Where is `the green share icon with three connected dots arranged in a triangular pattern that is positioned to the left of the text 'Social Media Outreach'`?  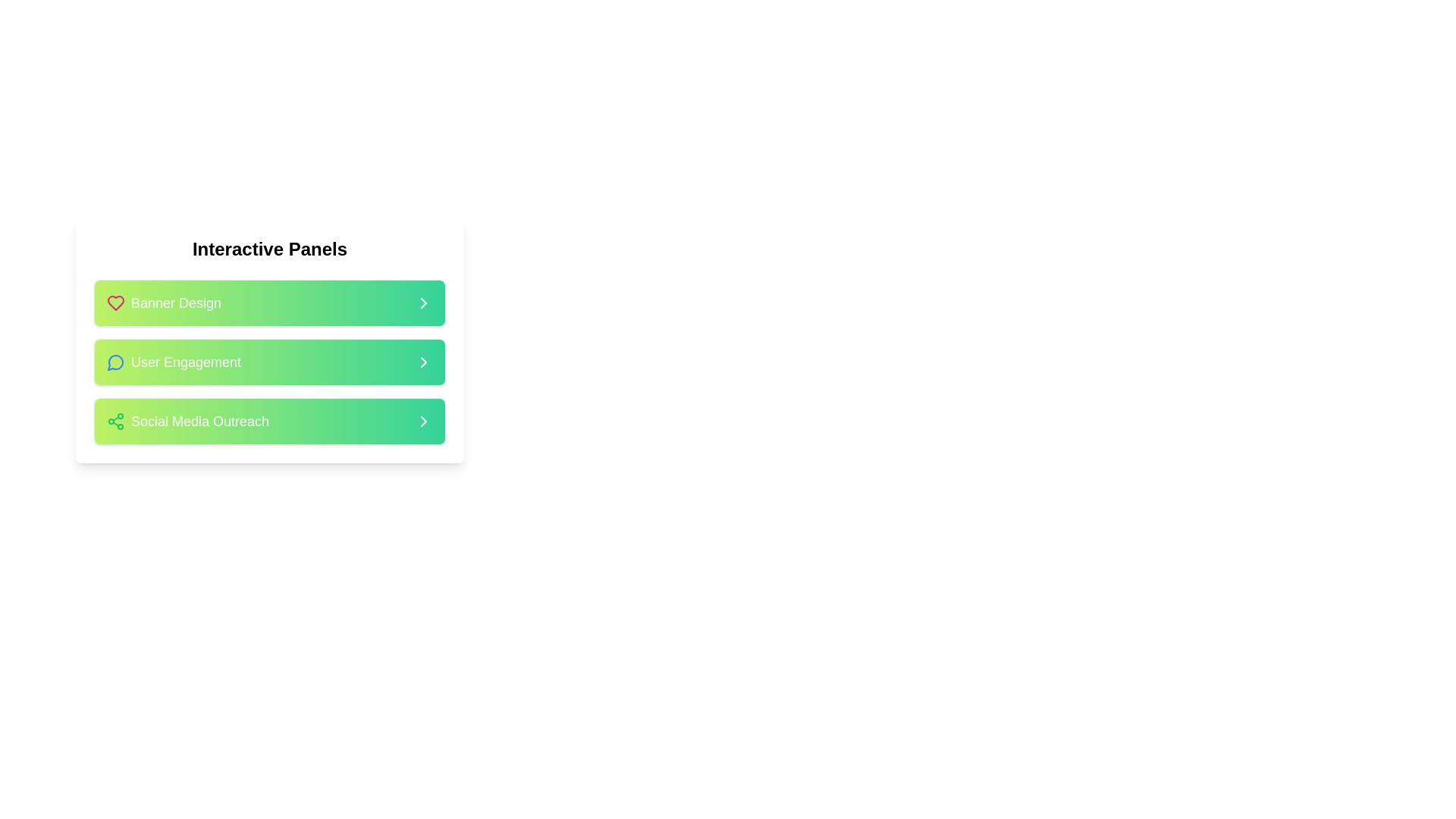
the green share icon with three connected dots arranged in a triangular pattern that is positioned to the left of the text 'Social Media Outreach' is located at coordinates (115, 421).